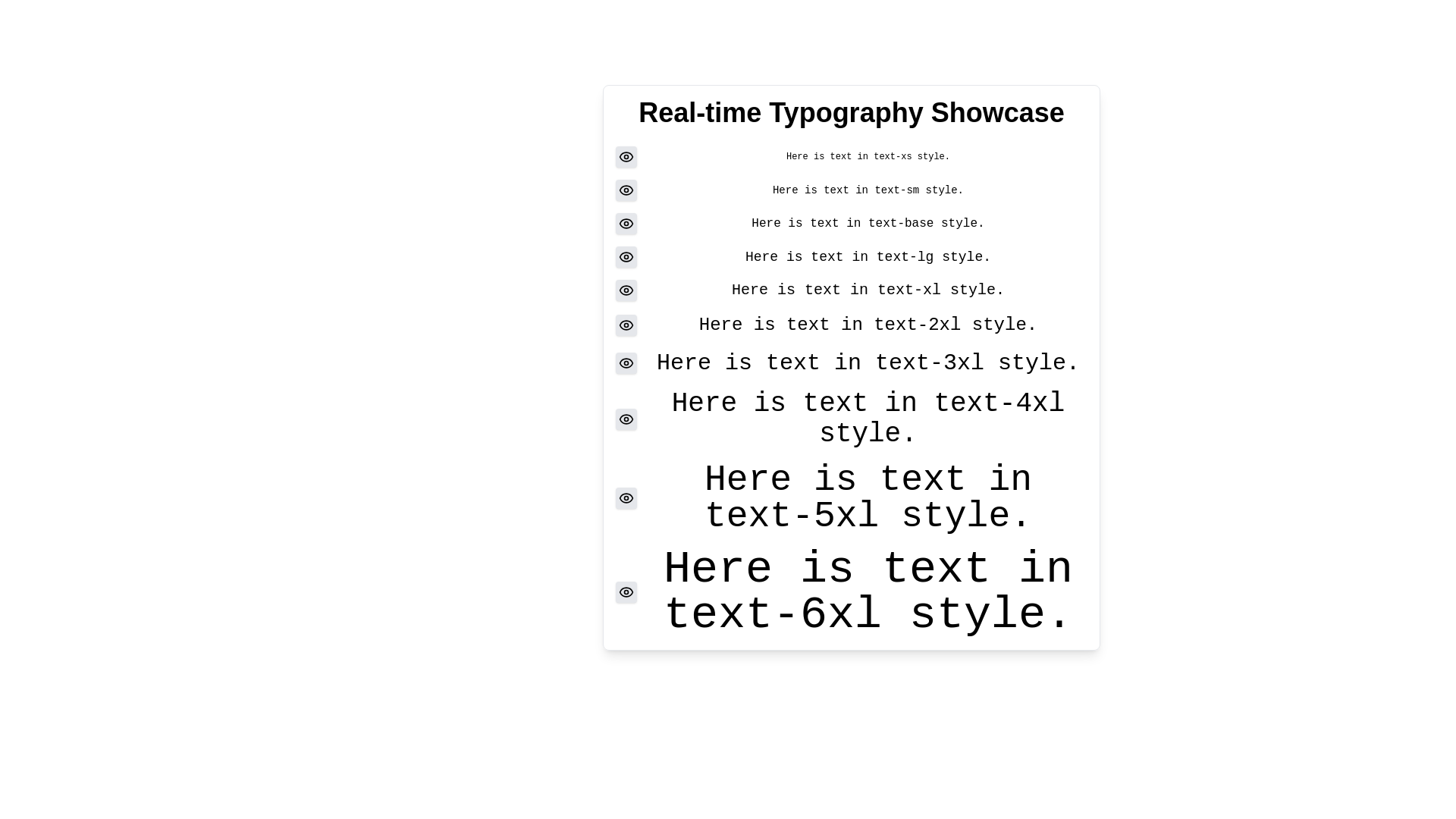  Describe the element at coordinates (626, 256) in the screenshot. I see `the rounded button with a gray background and an eye-shaped icon` at that location.